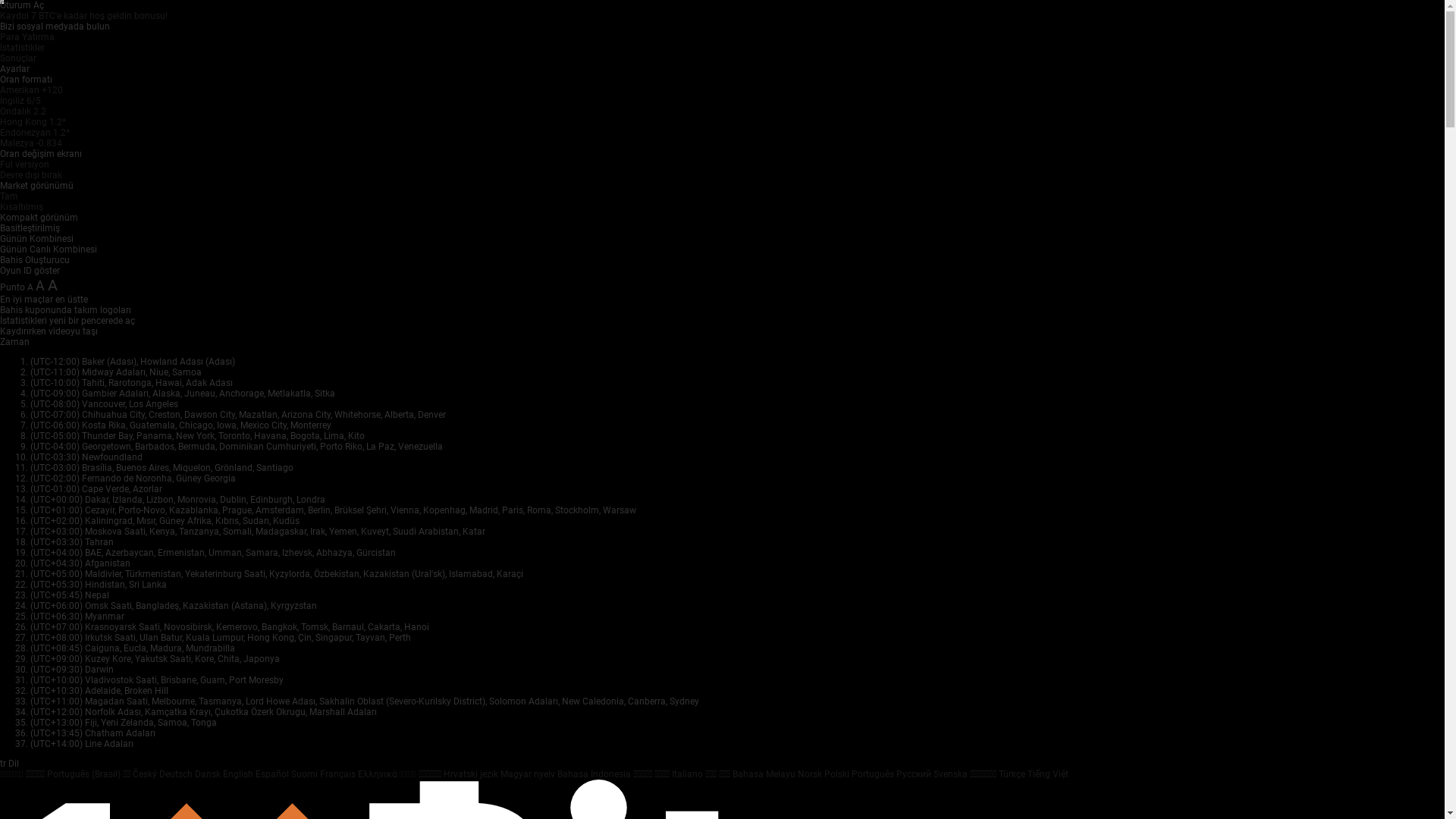  I want to click on 'Bahasa Indonesia', so click(556, 774).